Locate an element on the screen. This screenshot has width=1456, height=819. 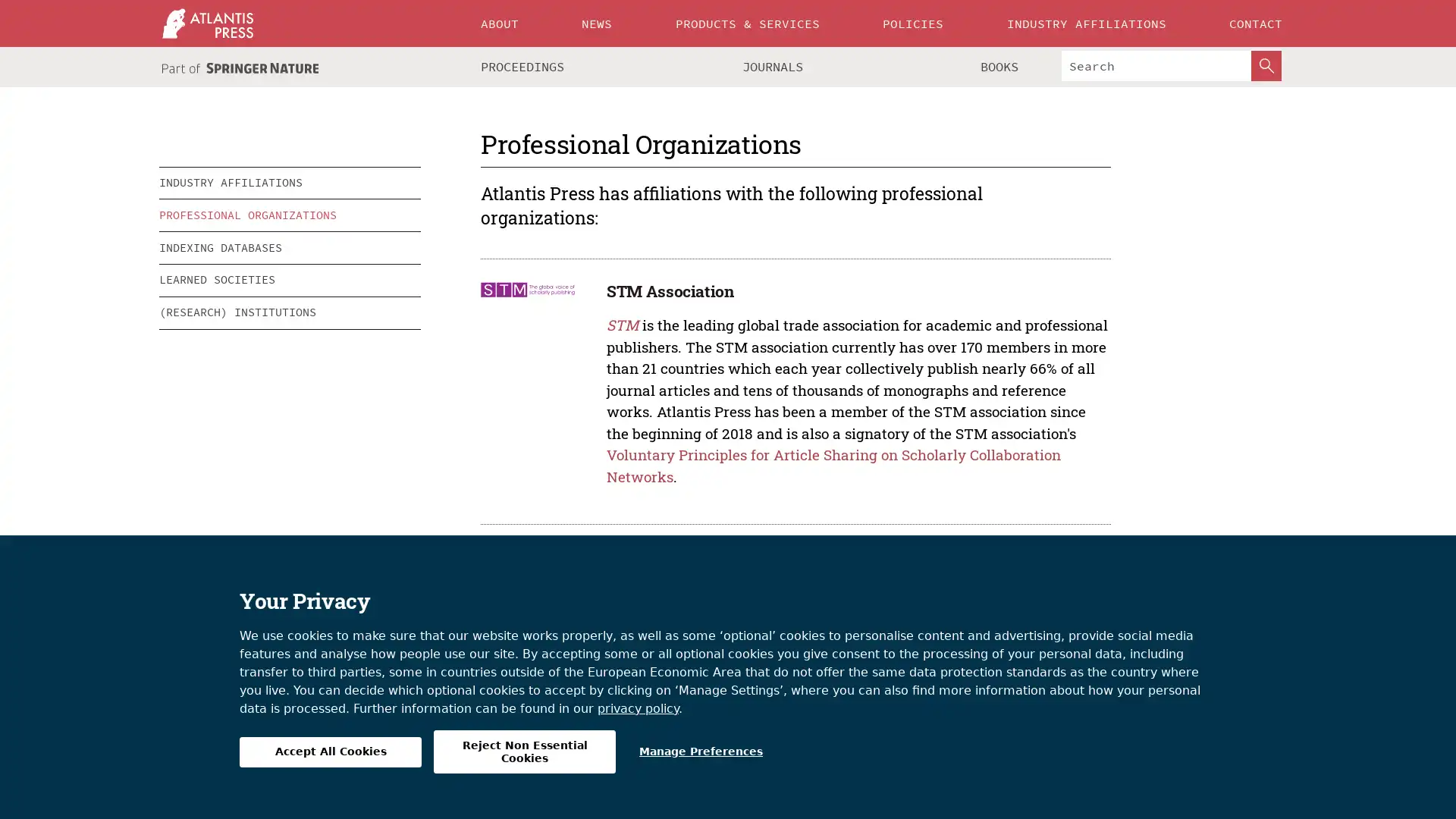
SearchButton is located at coordinates (1266, 65).